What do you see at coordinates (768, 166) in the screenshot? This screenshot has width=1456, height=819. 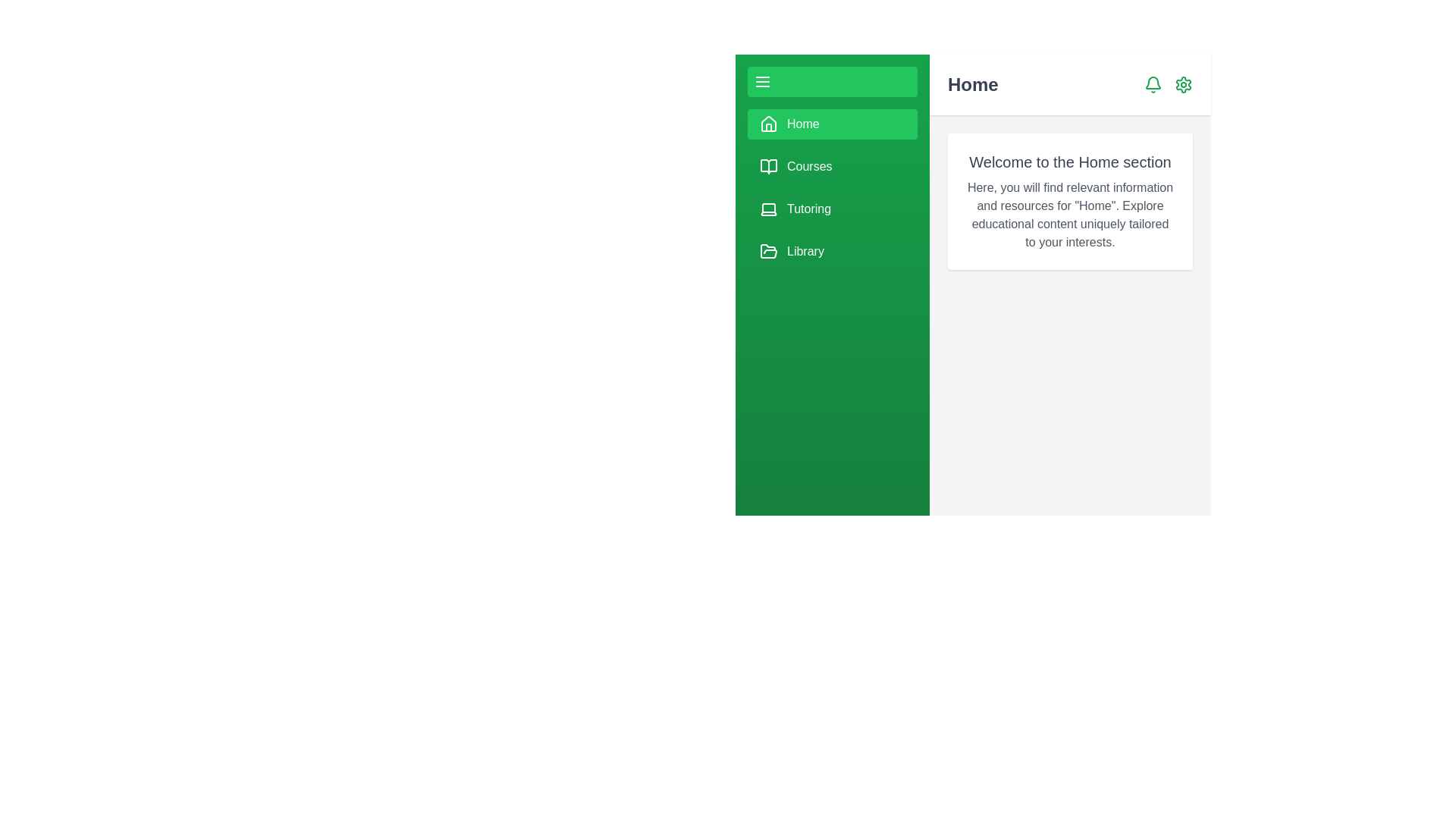 I see `the open book icon in the vertical navigation menu, located beside the 'Courses' label` at bounding box center [768, 166].